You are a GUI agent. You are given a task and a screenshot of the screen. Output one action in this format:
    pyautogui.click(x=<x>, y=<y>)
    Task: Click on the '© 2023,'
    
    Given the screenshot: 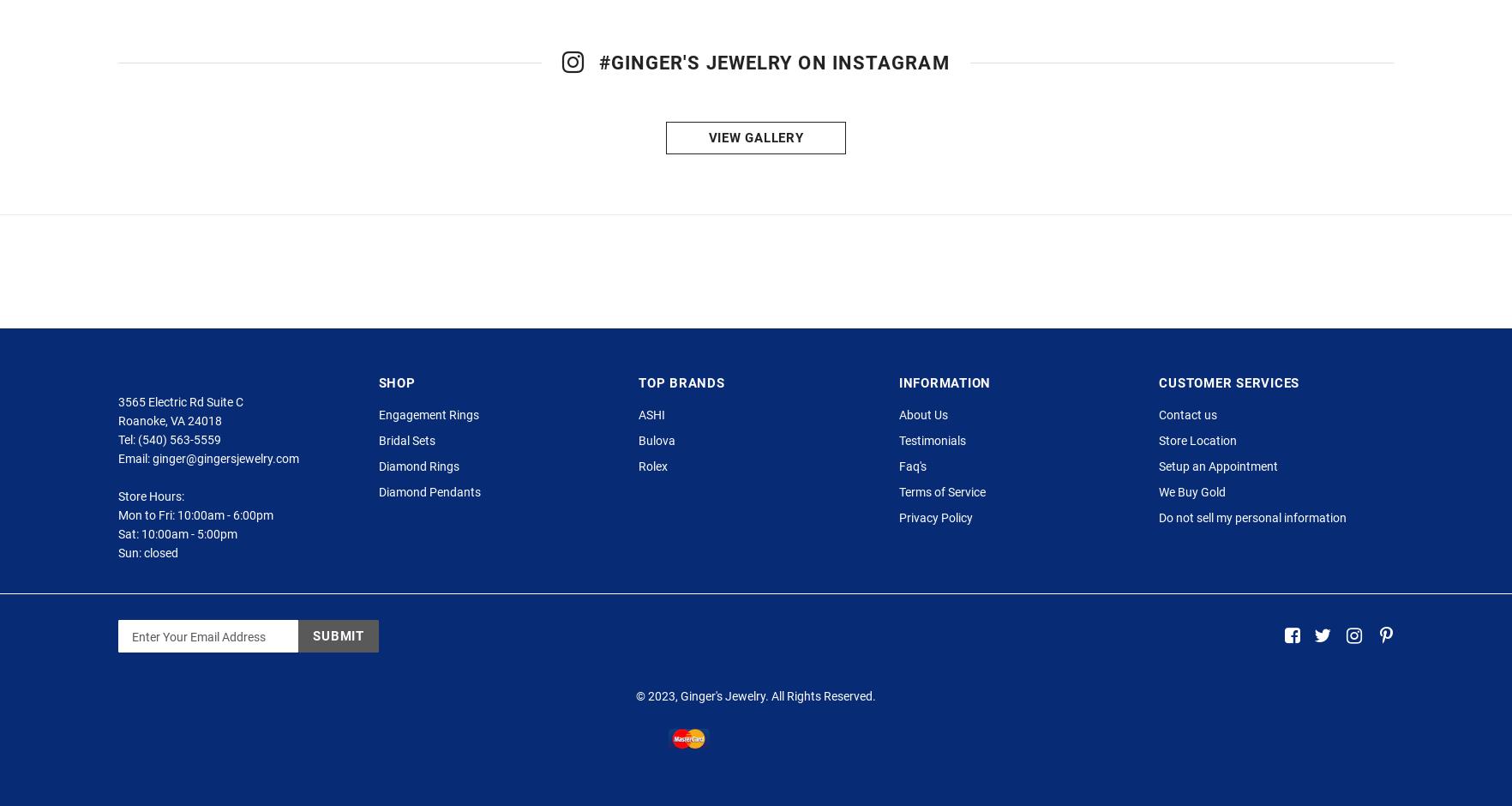 What is the action you would take?
    pyautogui.click(x=658, y=769)
    